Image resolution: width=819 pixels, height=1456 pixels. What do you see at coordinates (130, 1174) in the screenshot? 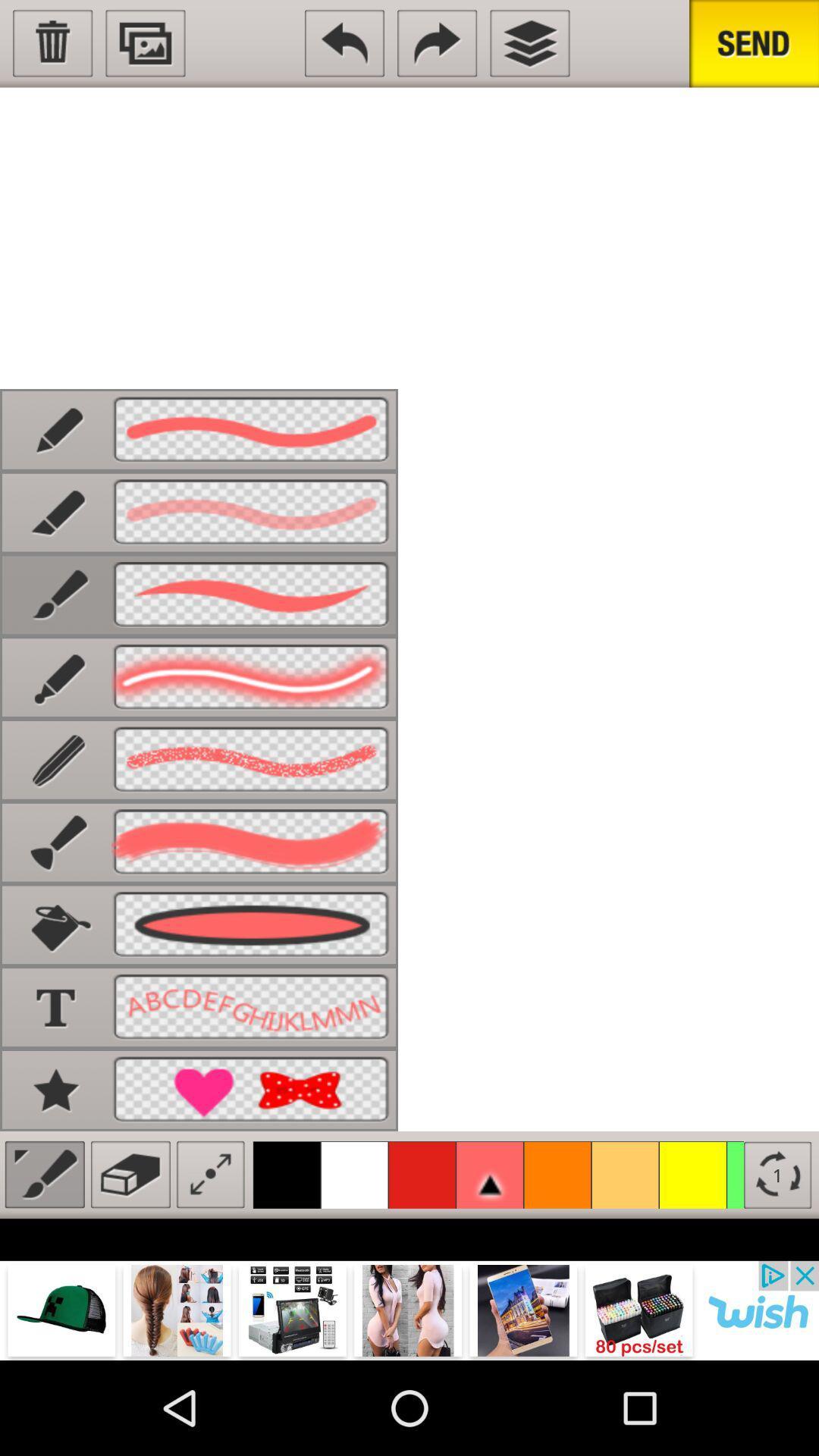
I see `the delete icon` at bounding box center [130, 1174].